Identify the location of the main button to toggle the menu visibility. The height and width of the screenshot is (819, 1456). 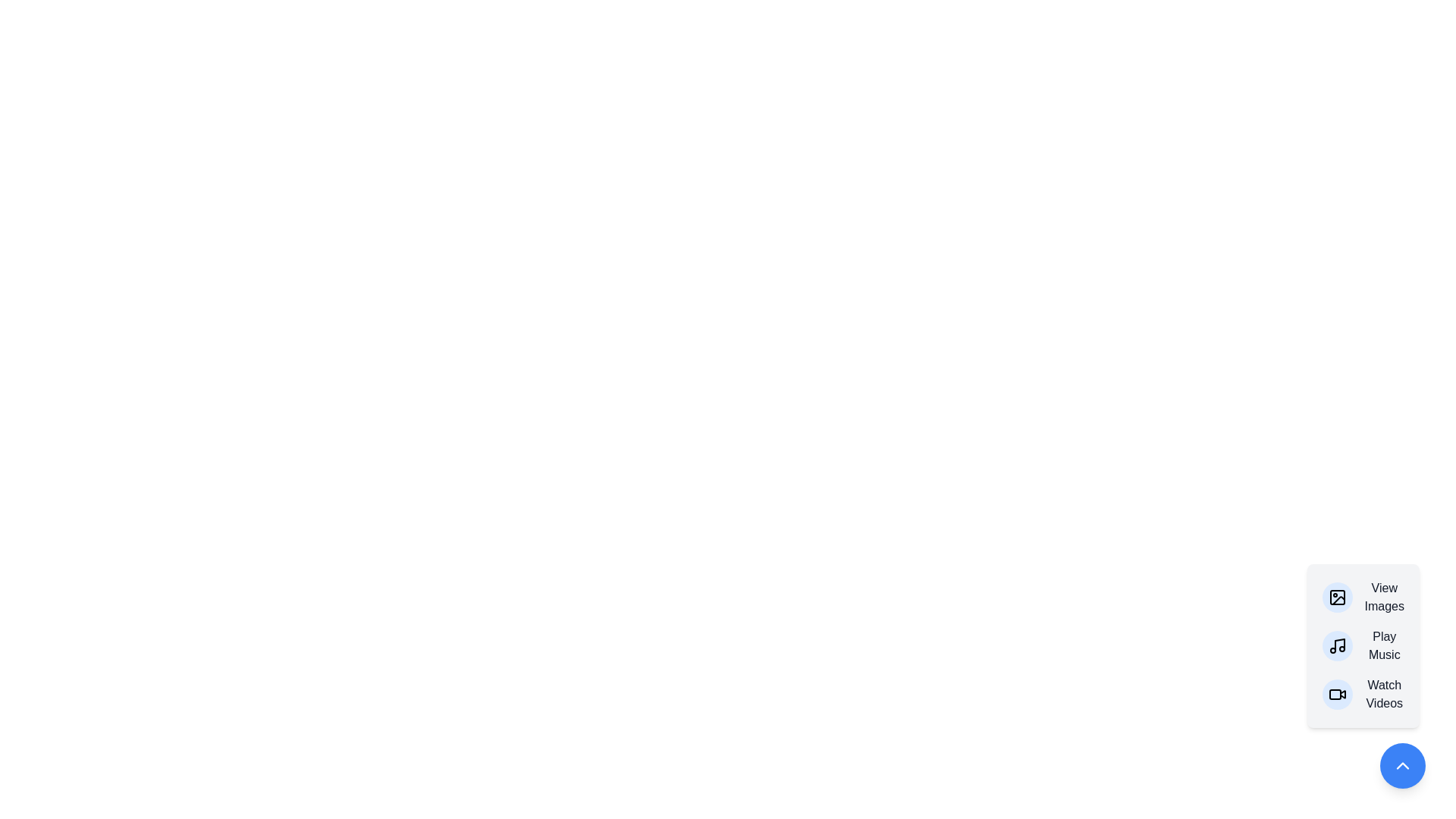
(1401, 766).